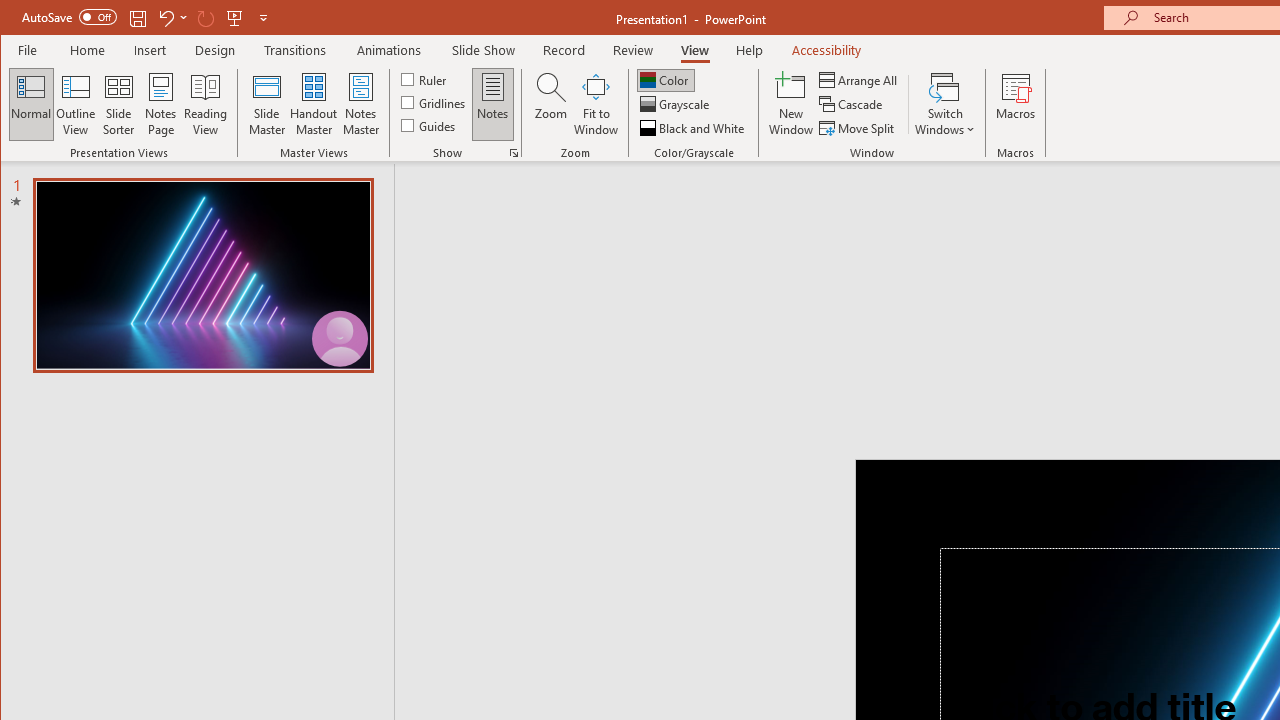  Describe the element at coordinates (434, 102) in the screenshot. I see `'Gridlines'` at that location.